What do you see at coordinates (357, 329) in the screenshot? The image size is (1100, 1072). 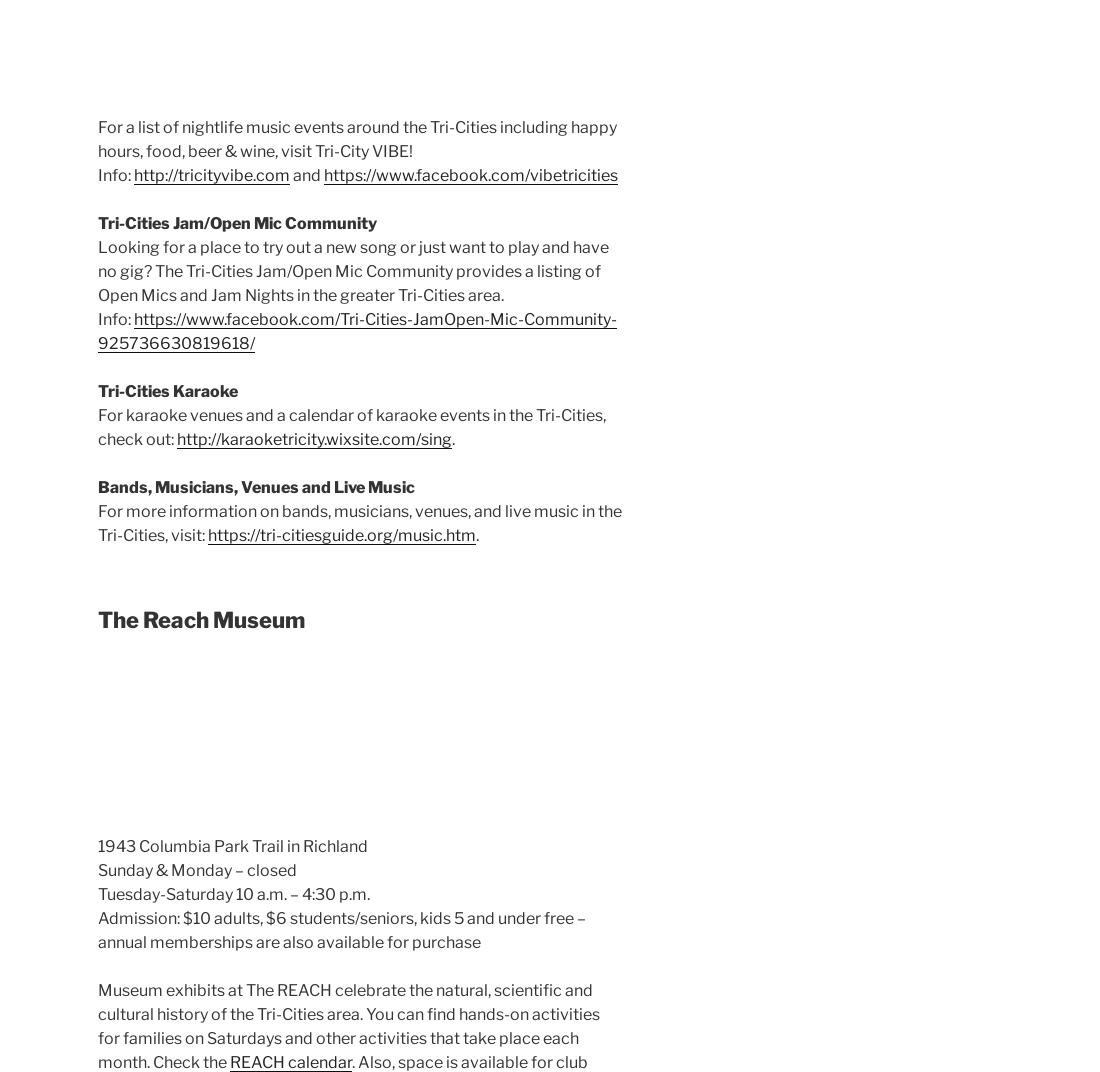 I see `'https://www.facebook.com/Tri-Cities-JamOpen-Mic-Community-925736630819618/'` at bounding box center [357, 329].